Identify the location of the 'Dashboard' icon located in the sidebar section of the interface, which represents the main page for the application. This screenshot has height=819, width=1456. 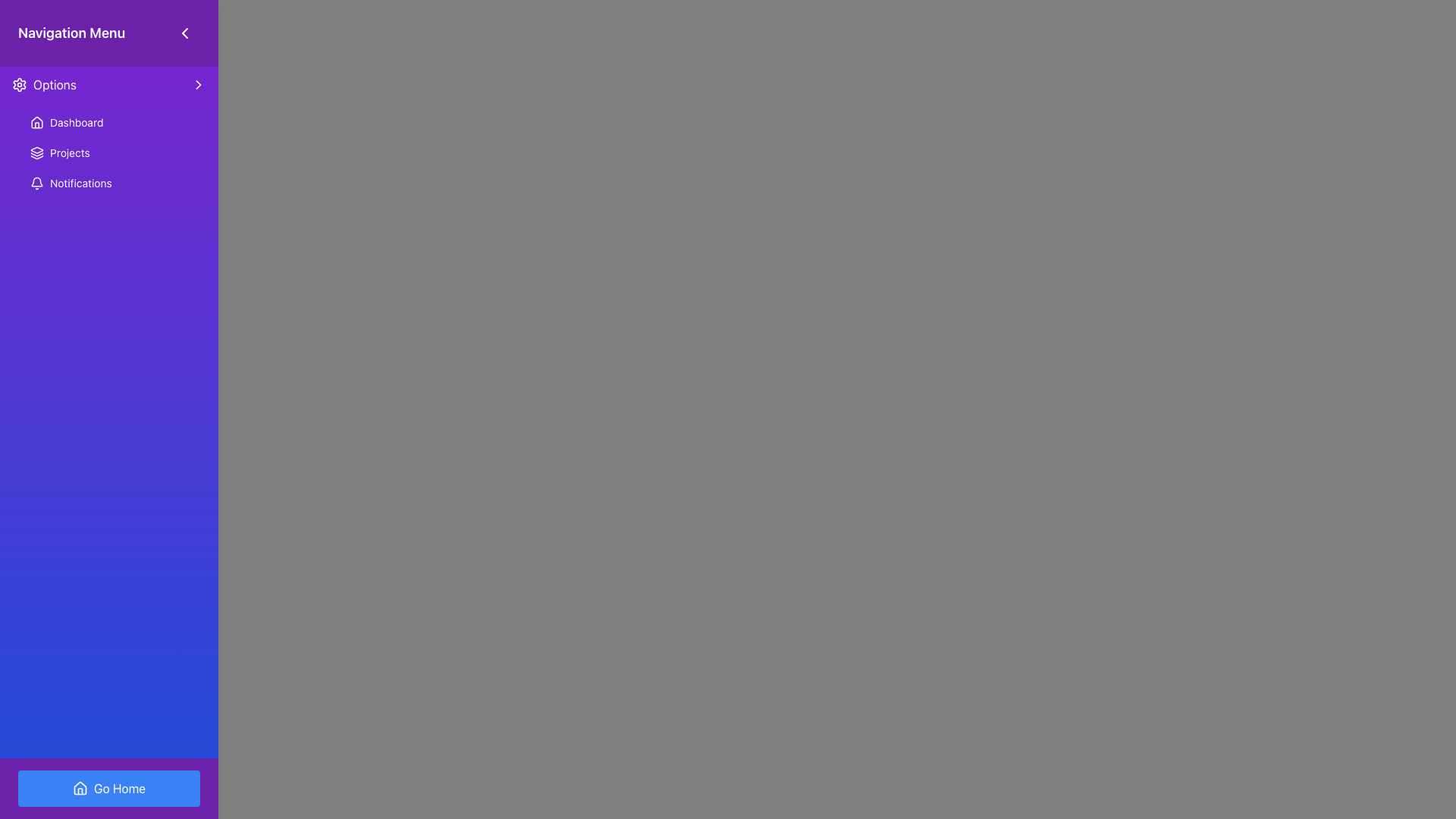
(36, 122).